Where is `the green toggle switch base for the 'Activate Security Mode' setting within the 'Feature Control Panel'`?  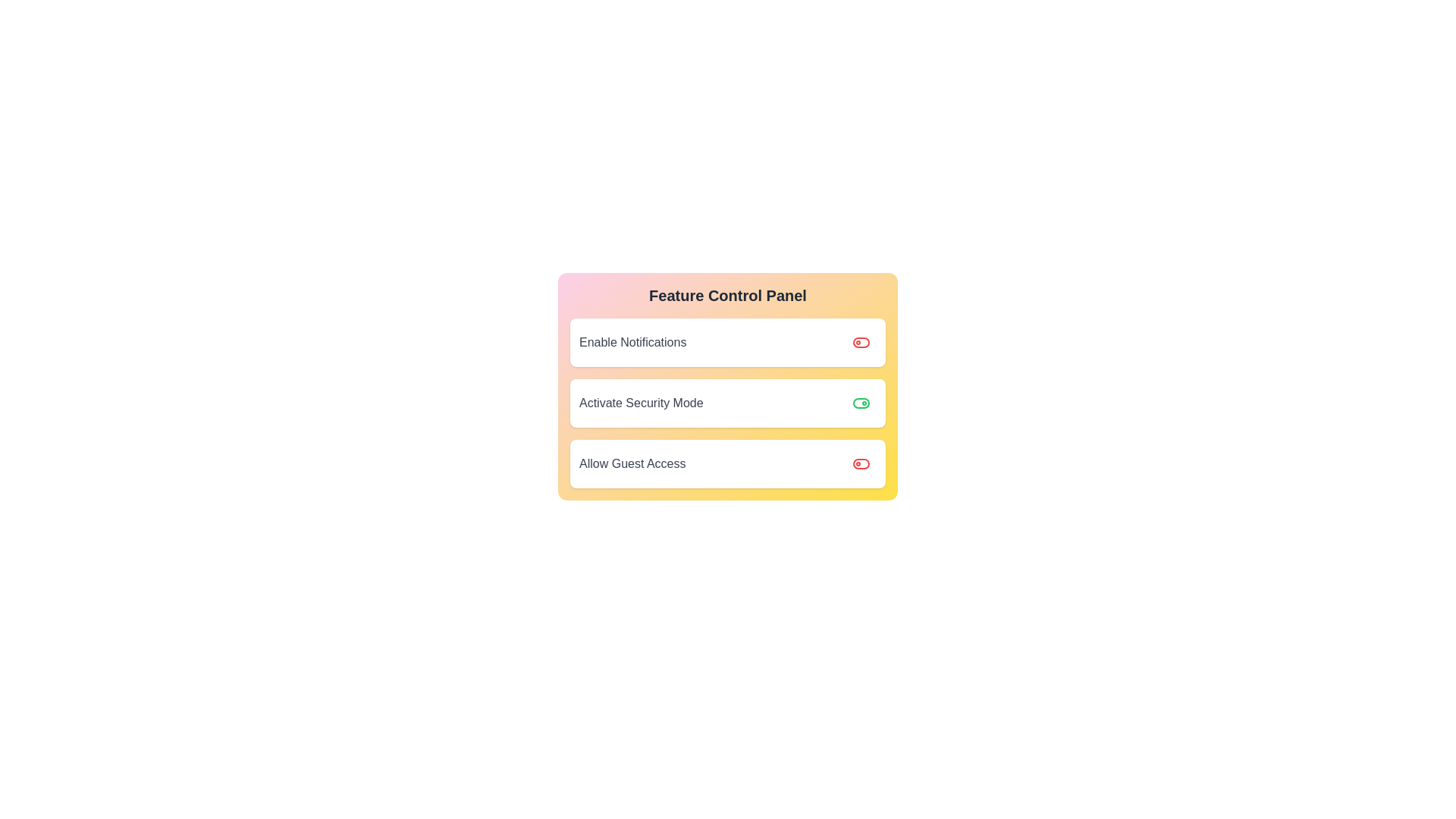 the green toggle switch base for the 'Activate Security Mode' setting within the 'Feature Control Panel' is located at coordinates (861, 403).